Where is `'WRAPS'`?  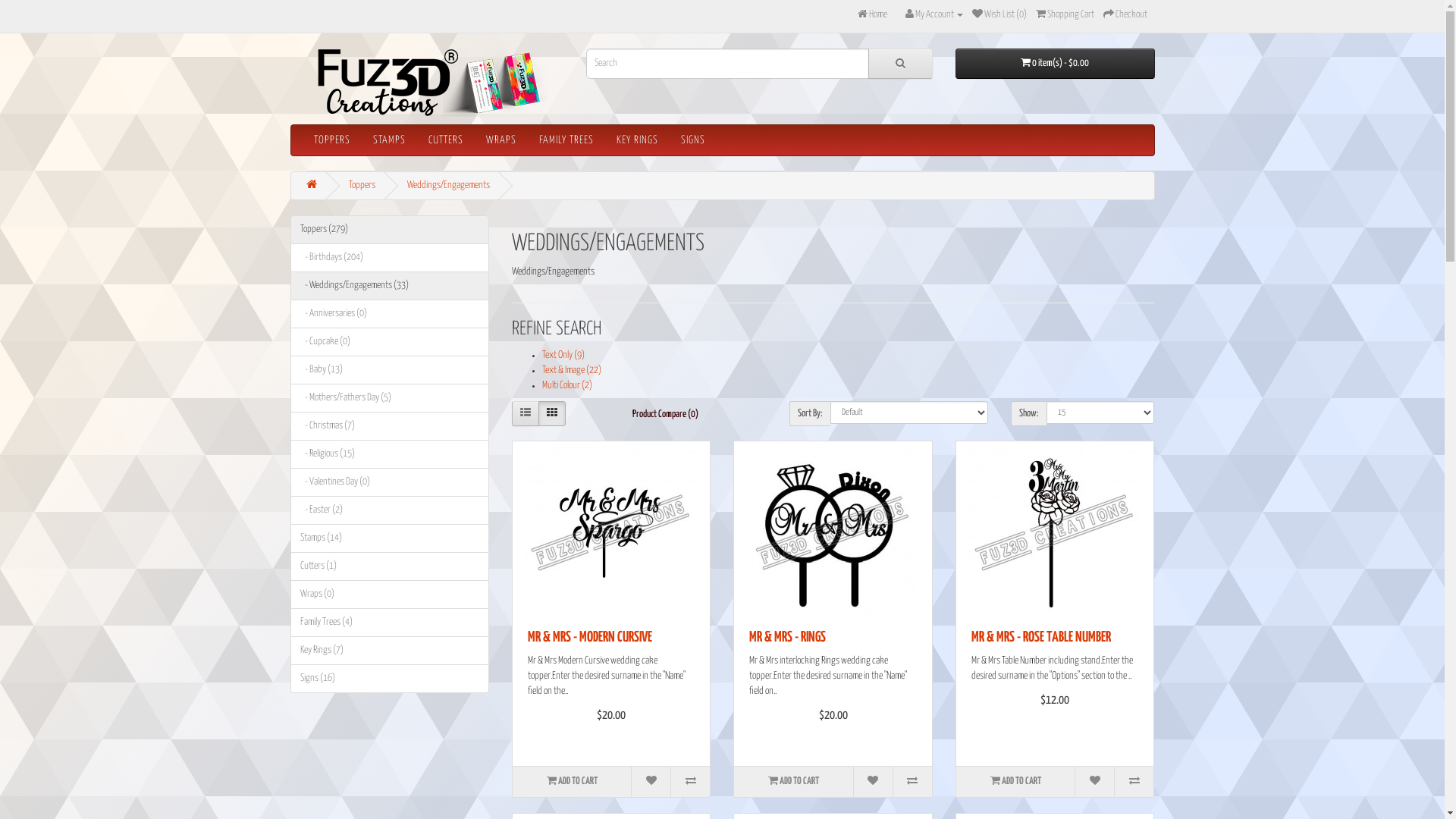 'WRAPS' is located at coordinates (473, 140).